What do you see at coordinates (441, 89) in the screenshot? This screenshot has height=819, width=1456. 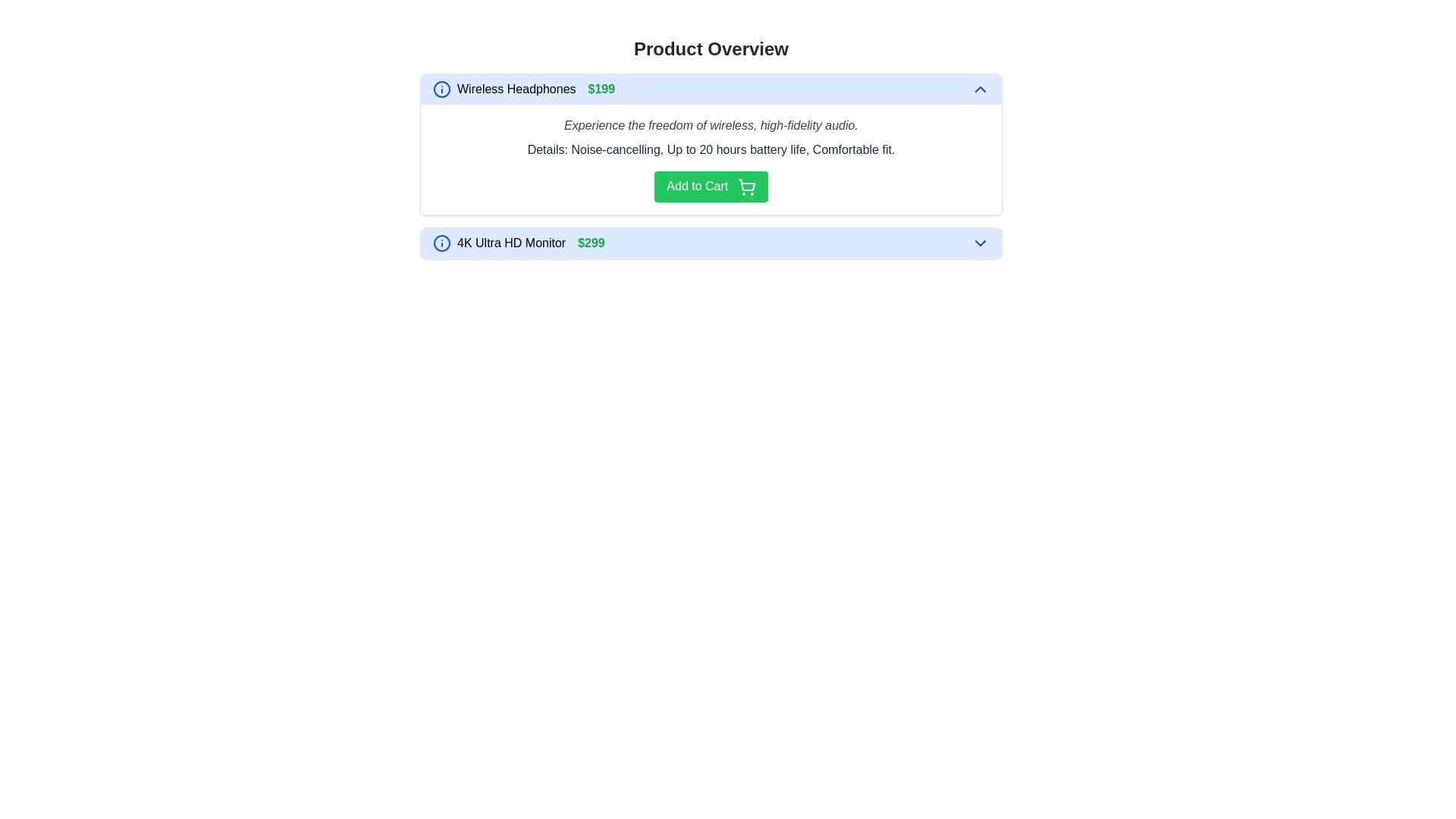 I see `the small circular icon displaying an 'i' symbol with a blue outline, located before the 'Wireless Headphones $199' product name` at bounding box center [441, 89].